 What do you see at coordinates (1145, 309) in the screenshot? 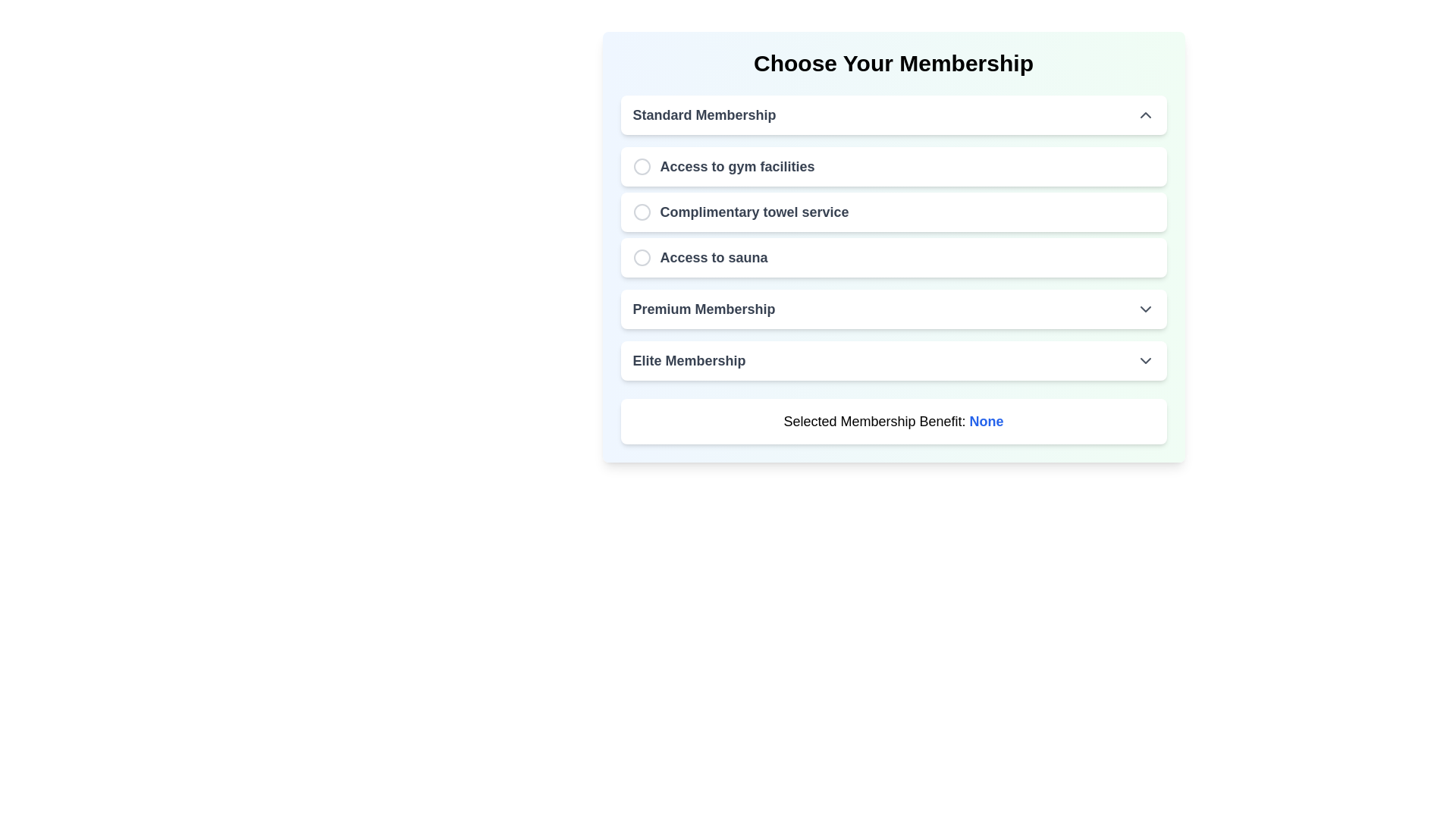
I see `the small gray downward-pointing chevron icon located on the right-hand side of the 'Premium Membership' section` at bounding box center [1145, 309].